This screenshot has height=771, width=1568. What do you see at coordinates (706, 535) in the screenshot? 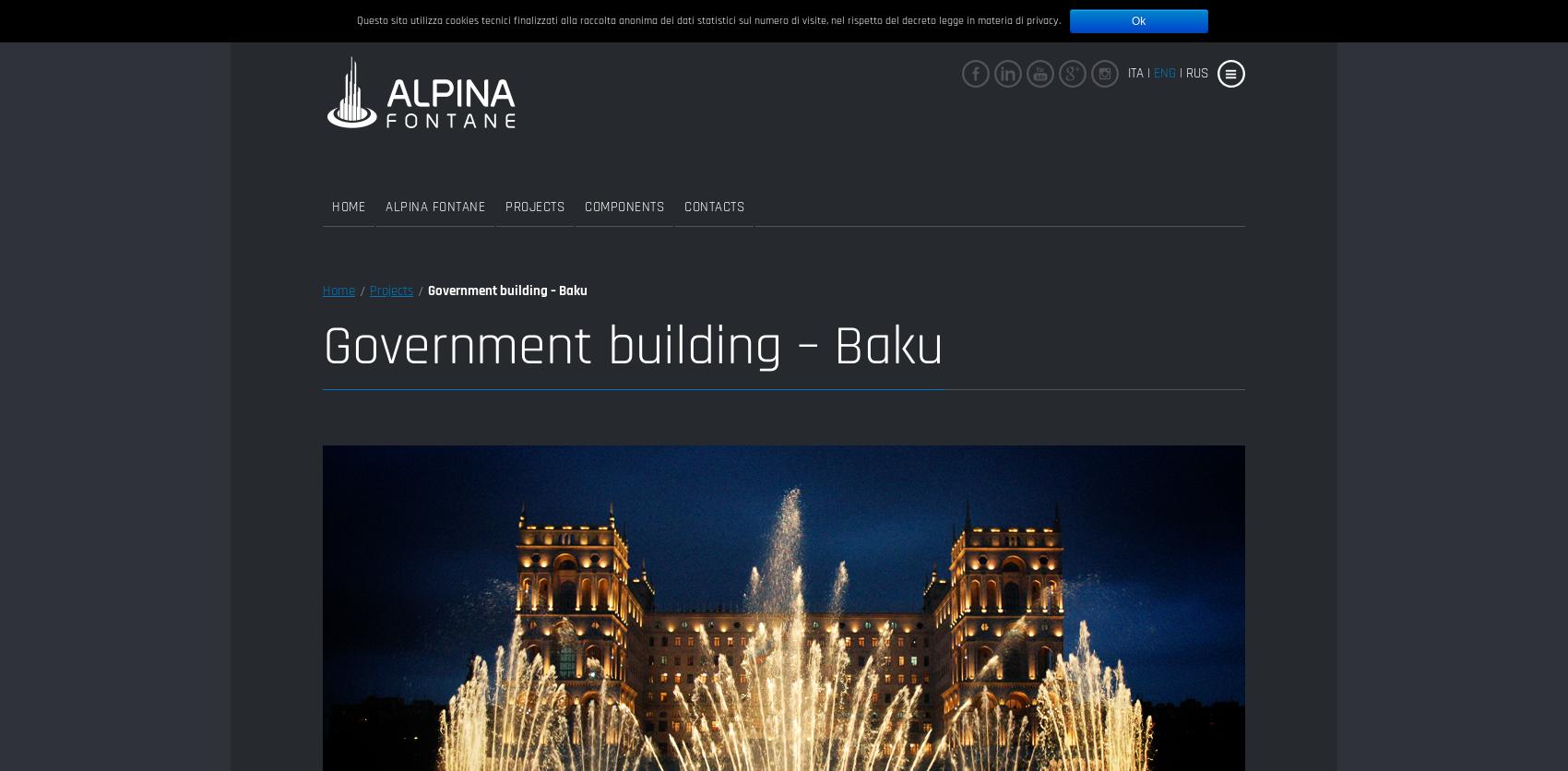
I see `'Lighting'` at bounding box center [706, 535].